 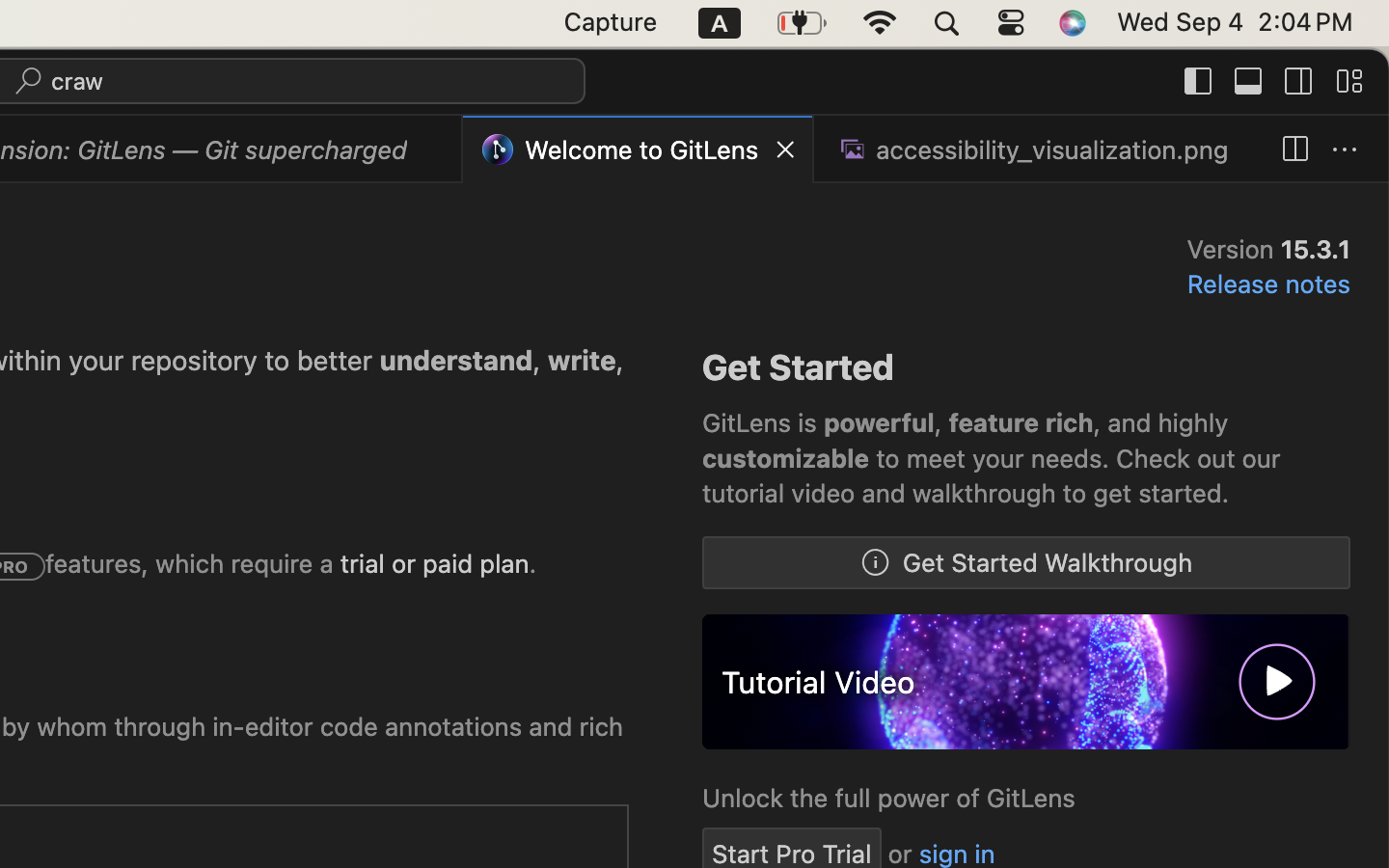 What do you see at coordinates (879, 423) in the screenshot?
I see `'powerful'` at bounding box center [879, 423].